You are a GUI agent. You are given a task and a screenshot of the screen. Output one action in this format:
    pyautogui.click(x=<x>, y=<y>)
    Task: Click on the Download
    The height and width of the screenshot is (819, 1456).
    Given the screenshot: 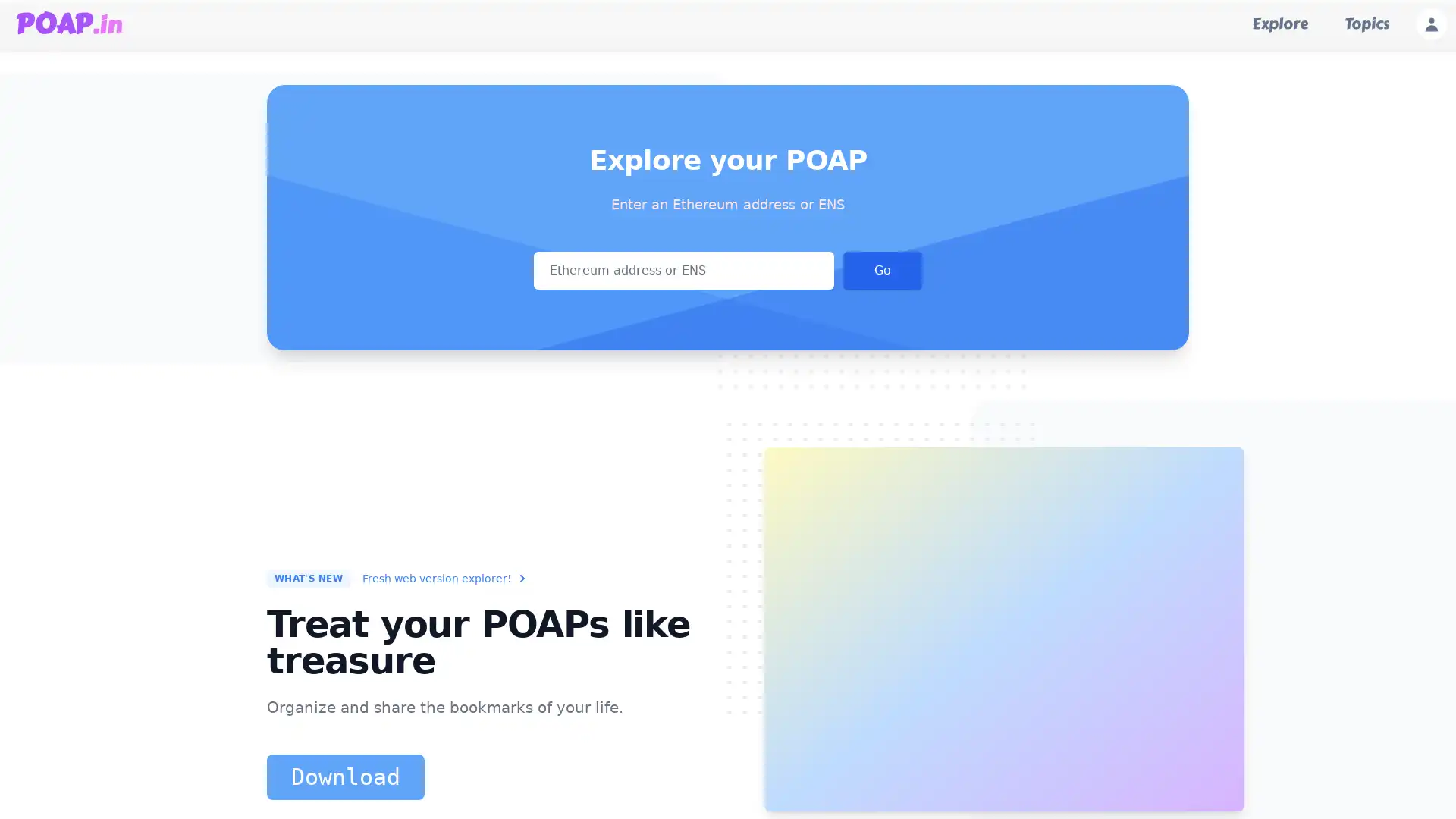 What is the action you would take?
    pyautogui.click(x=345, y=777)
    